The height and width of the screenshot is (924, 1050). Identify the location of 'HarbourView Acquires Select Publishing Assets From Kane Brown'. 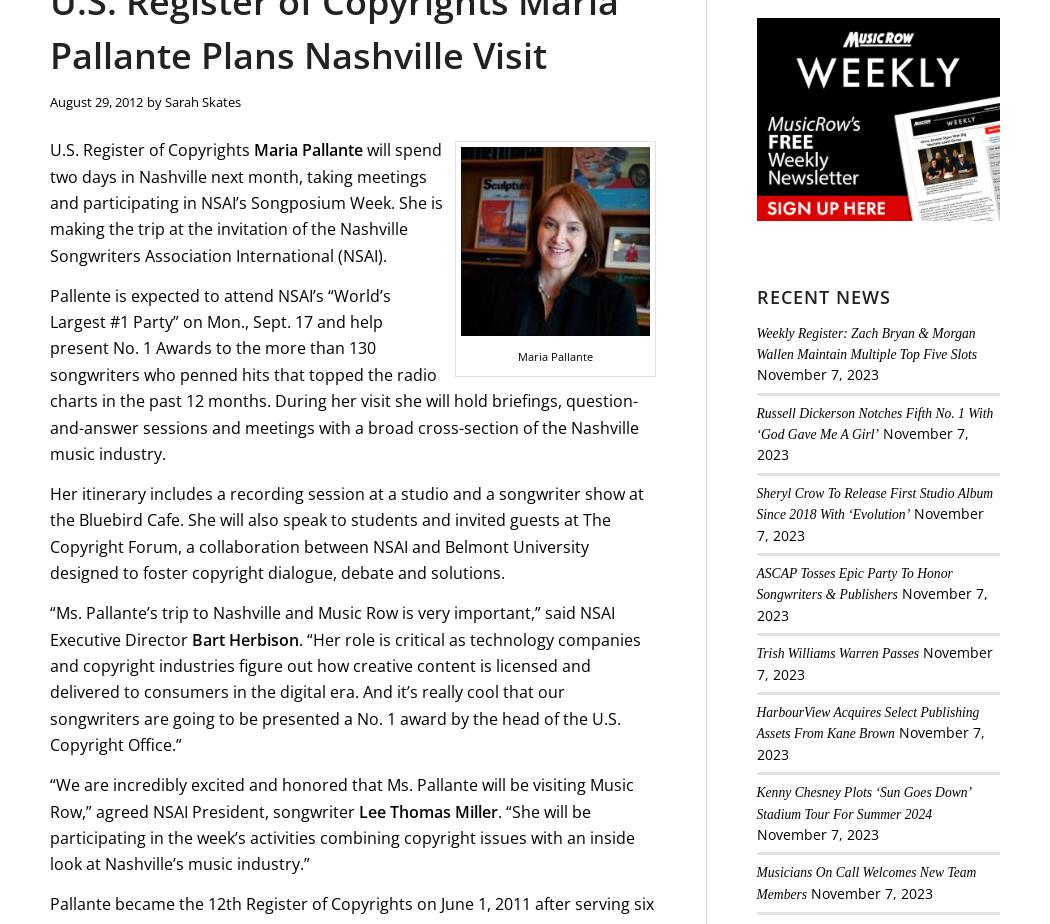
(756, 722).